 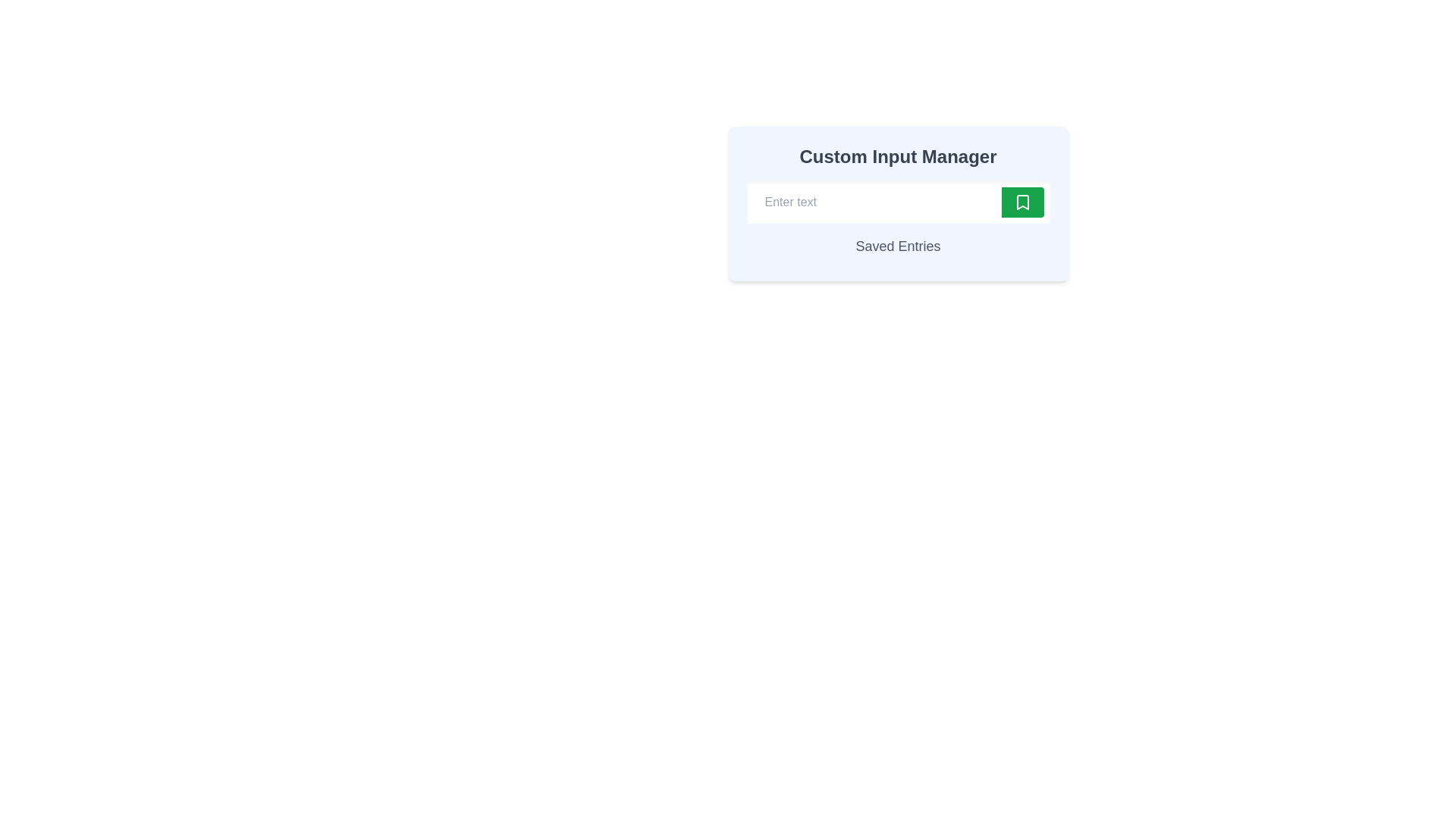 What do you see at coordinates (898, 203) in the screenshot?
I see `the input field of the 'Custom Input Manager' section to activate it` at bounding box center [898, 203].